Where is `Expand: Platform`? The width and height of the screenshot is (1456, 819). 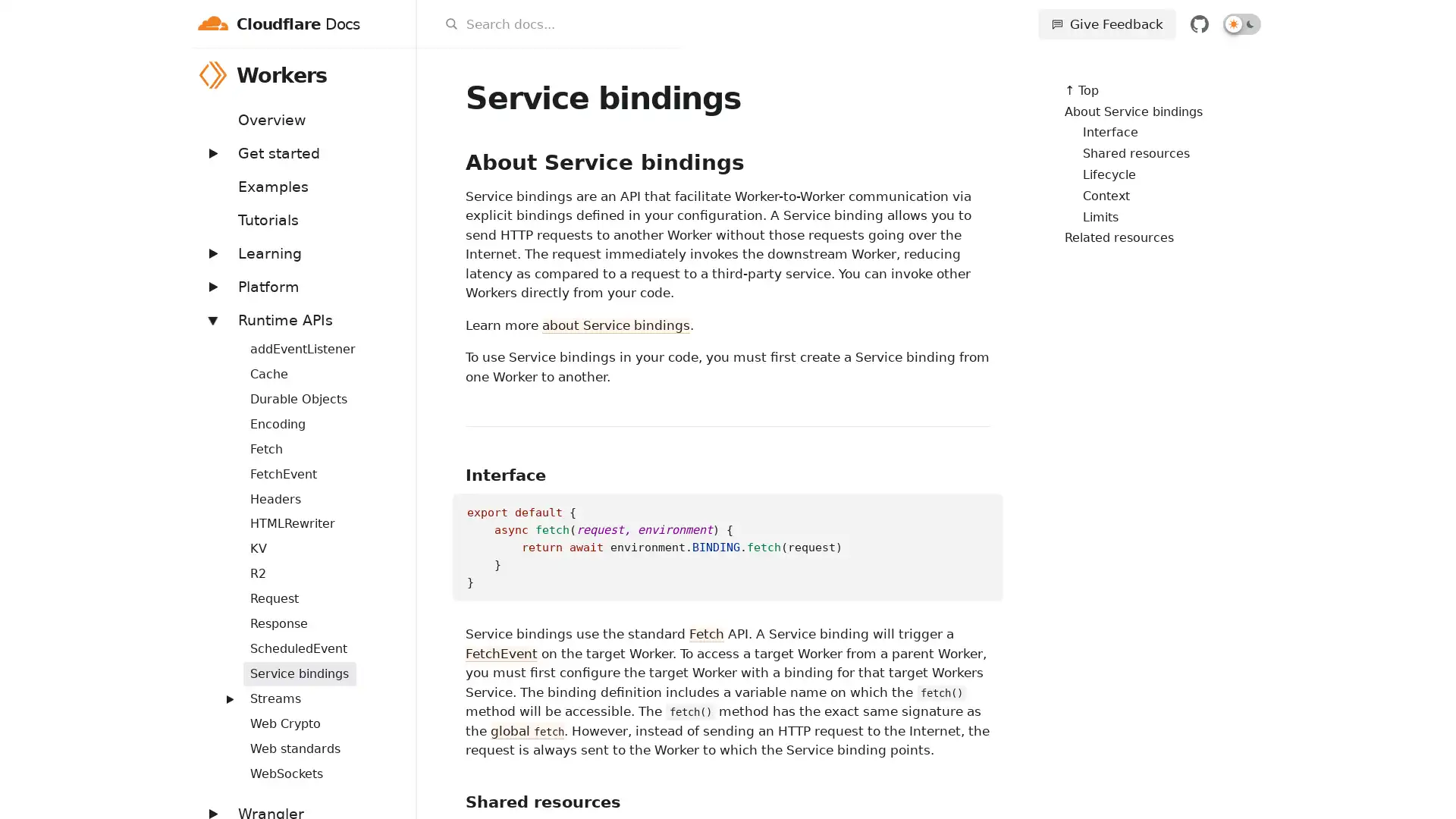
Expand: Platform is located at coordinates (211, 286).